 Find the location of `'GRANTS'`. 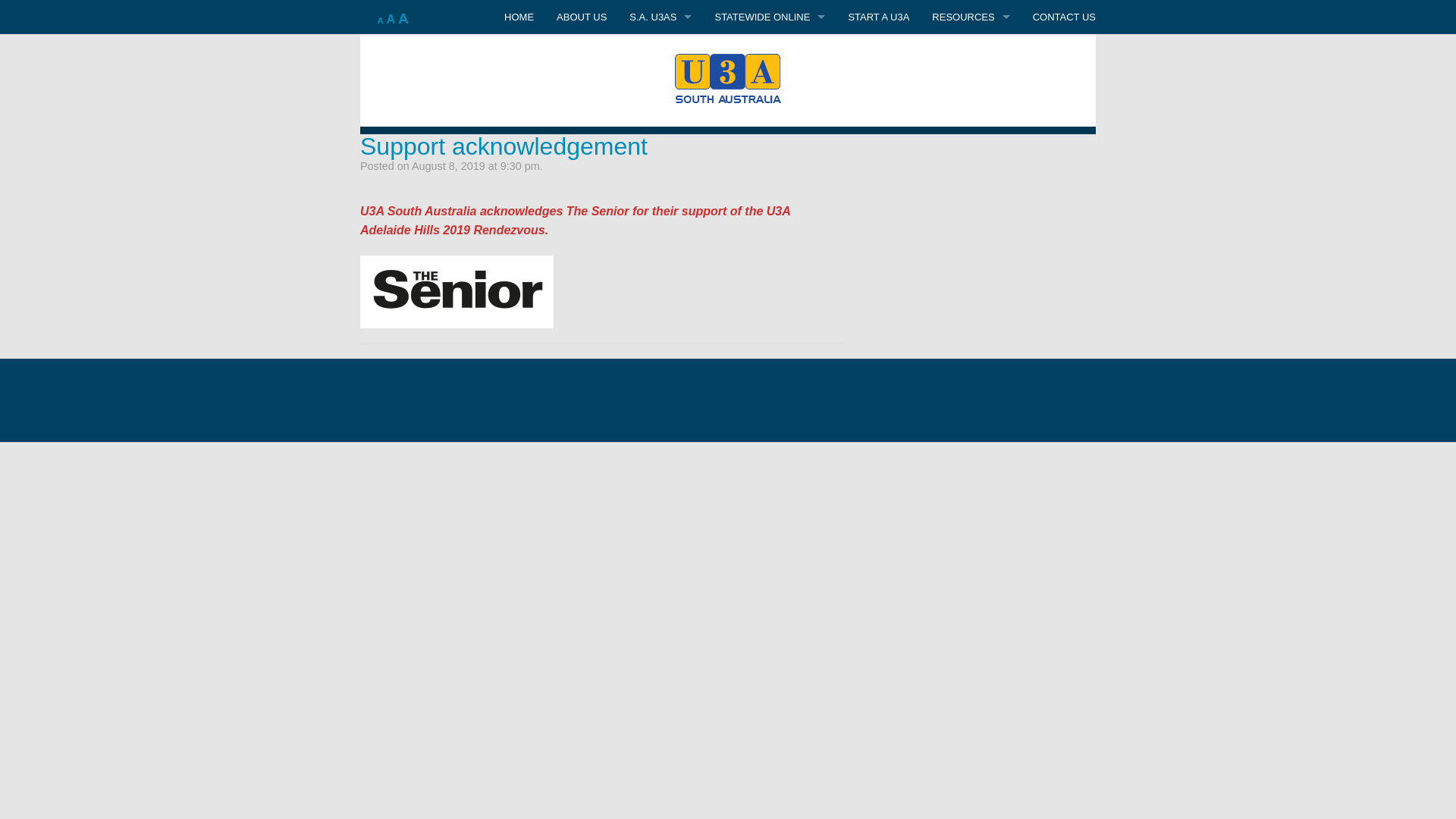

'GRANTS' is located at coordinates (971, 85).